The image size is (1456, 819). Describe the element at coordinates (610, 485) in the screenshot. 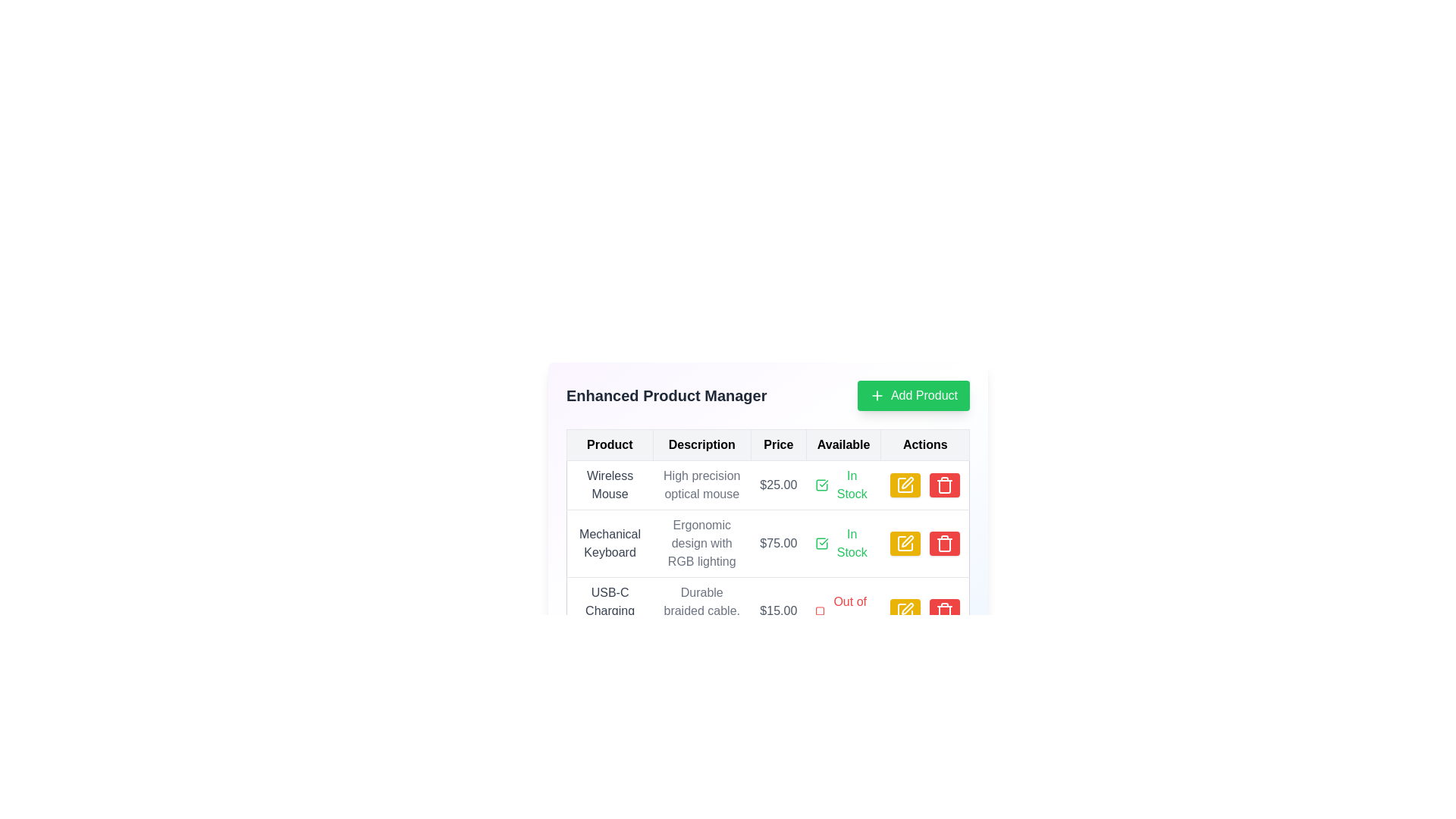

I see `the static text element displaying the product name 'Wireless Mouse', which is the first item in the 'Product' column of the table` at that location.